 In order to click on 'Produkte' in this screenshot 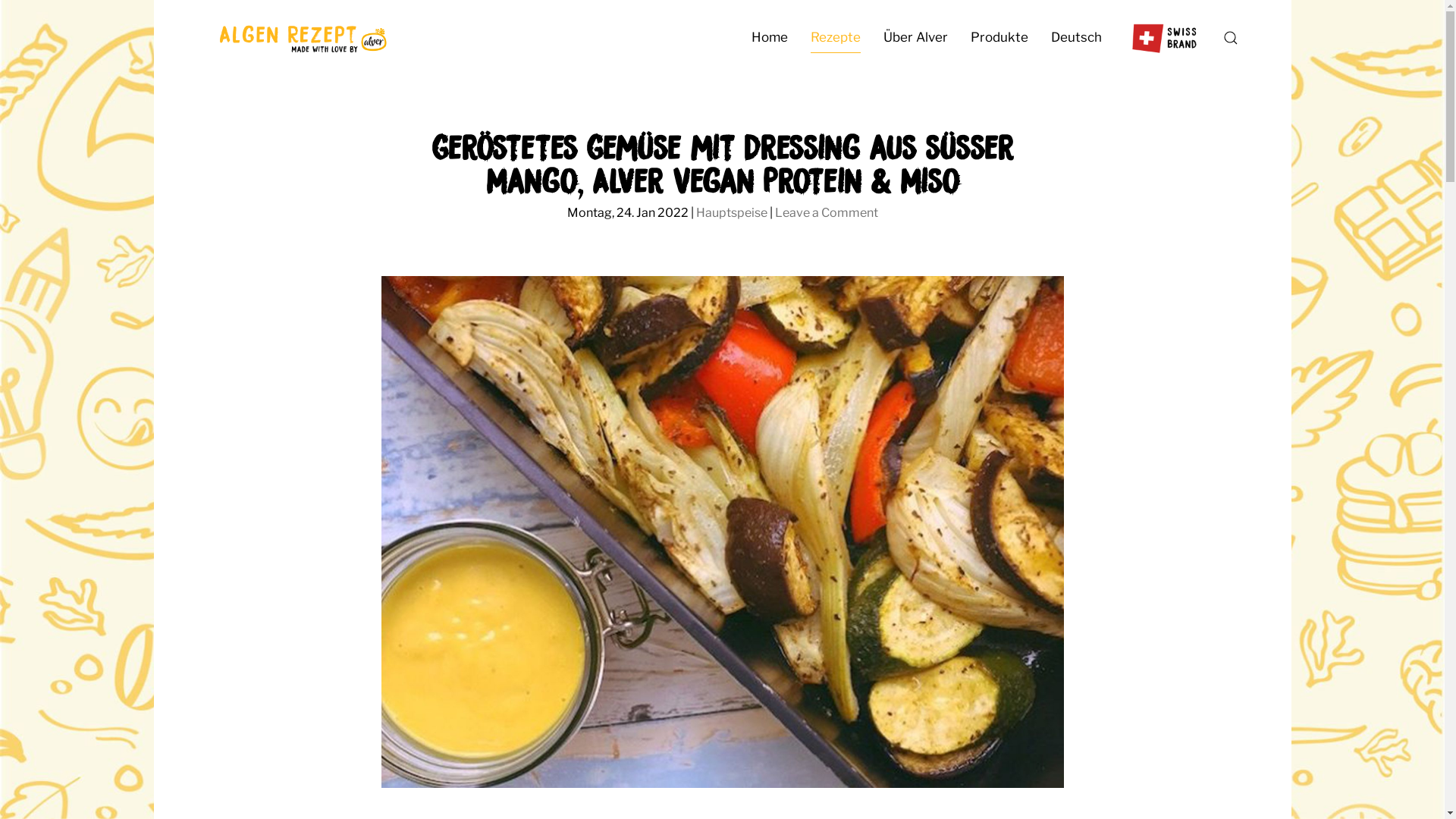, I will do `click(998, 37)`.